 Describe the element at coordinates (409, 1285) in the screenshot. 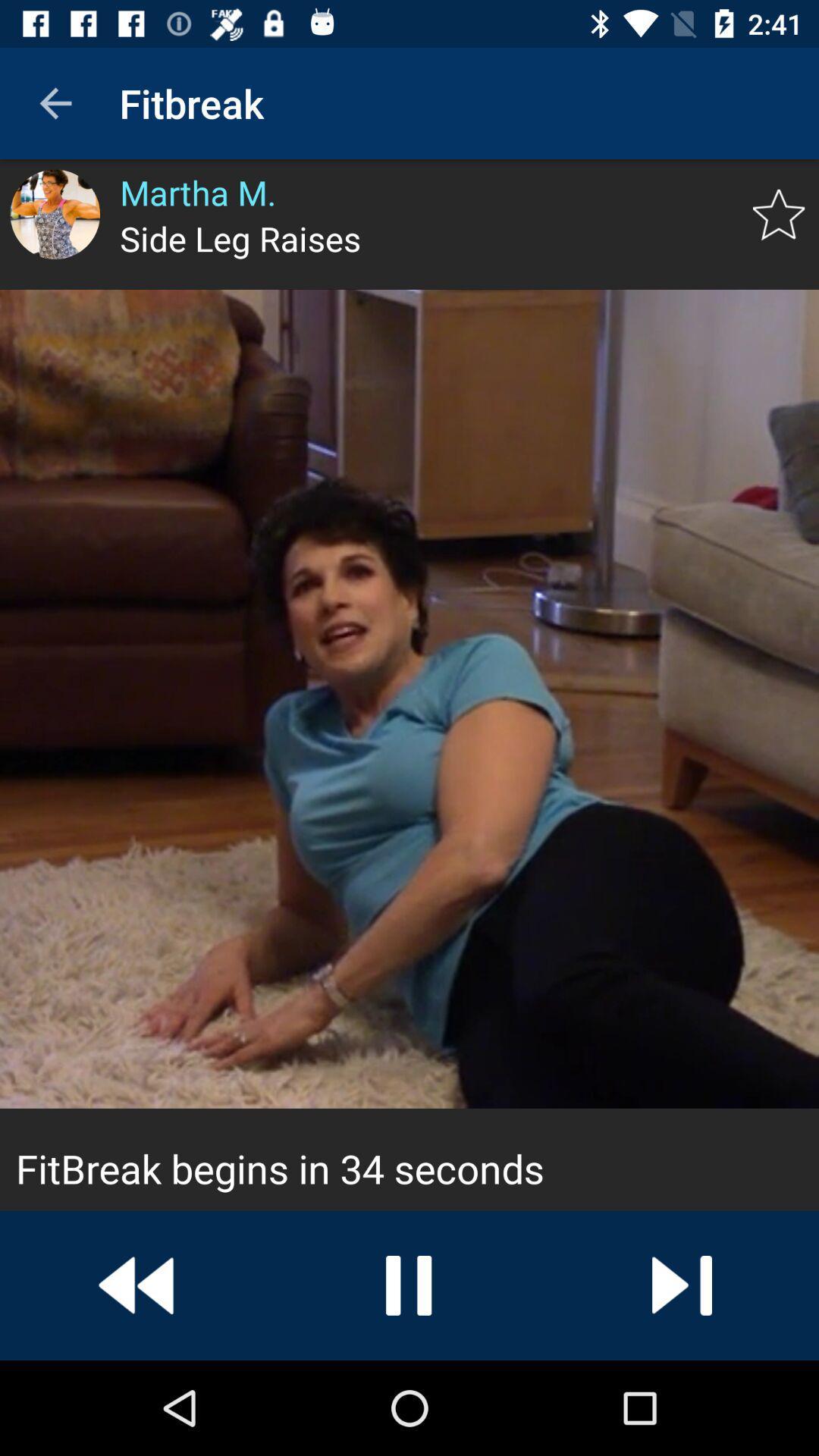

I see `pause toggle` at that location.